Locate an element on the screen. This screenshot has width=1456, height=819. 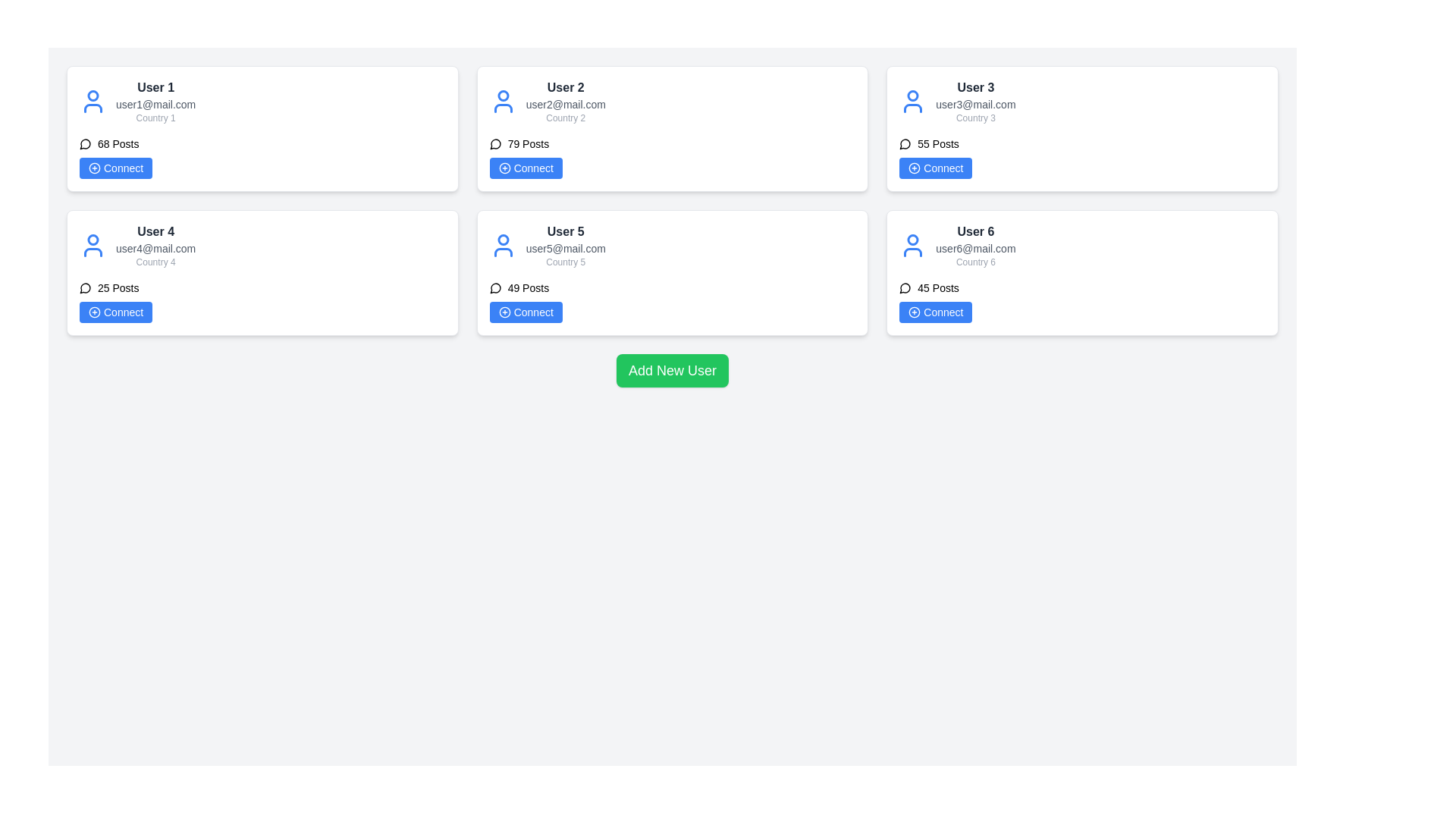
the text label displaying 'Country 4' in light gray font, which is located below the user's email address and above the post count within the 'User 4' profile card is located at coordinates (155, 262).